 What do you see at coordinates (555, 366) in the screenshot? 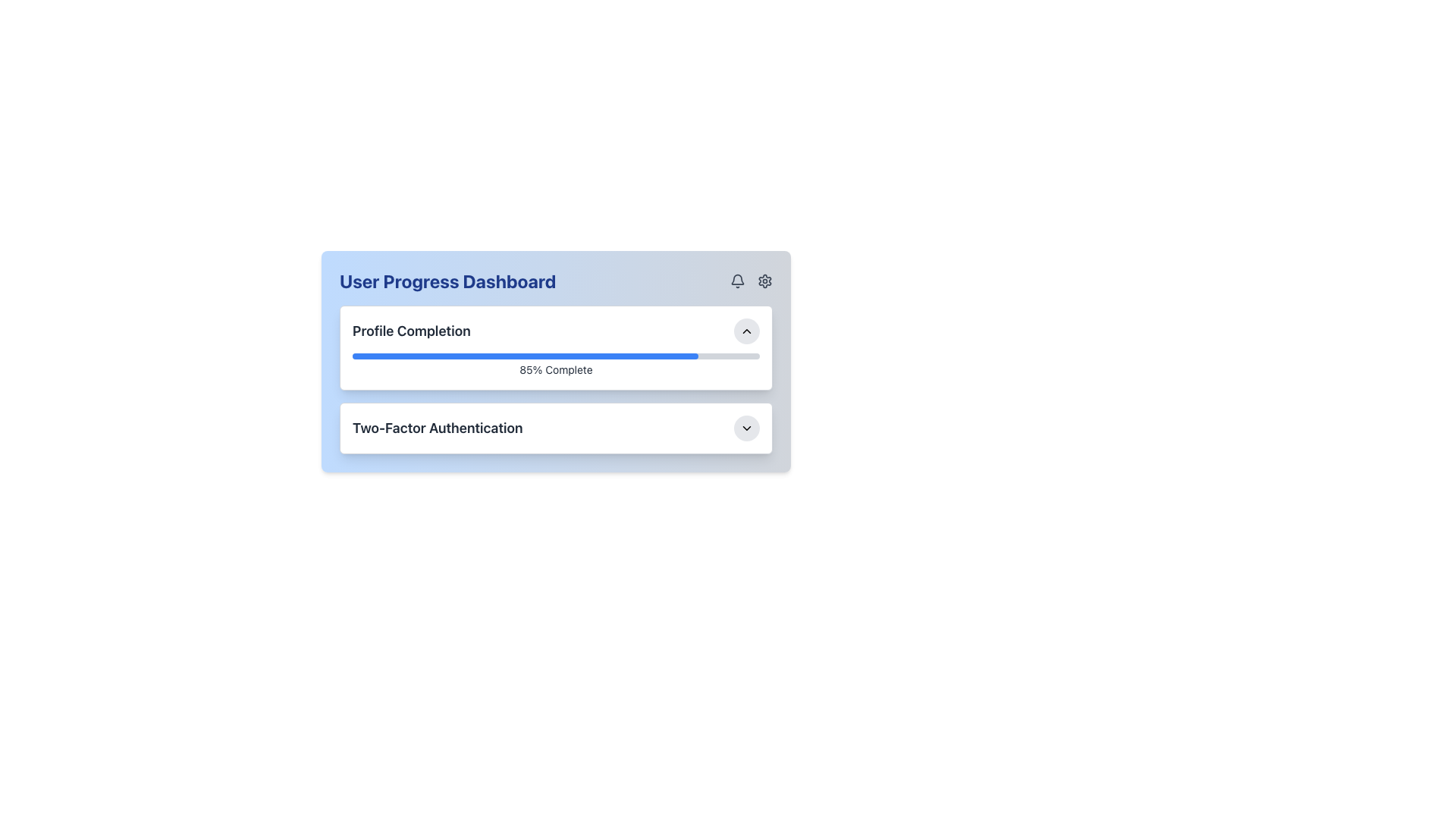
I see `the Progress bar indicating 85% completion within the 'Profile Completion' card in the 'User Progress Dashboard' interface` at bounding box center [555, 366].